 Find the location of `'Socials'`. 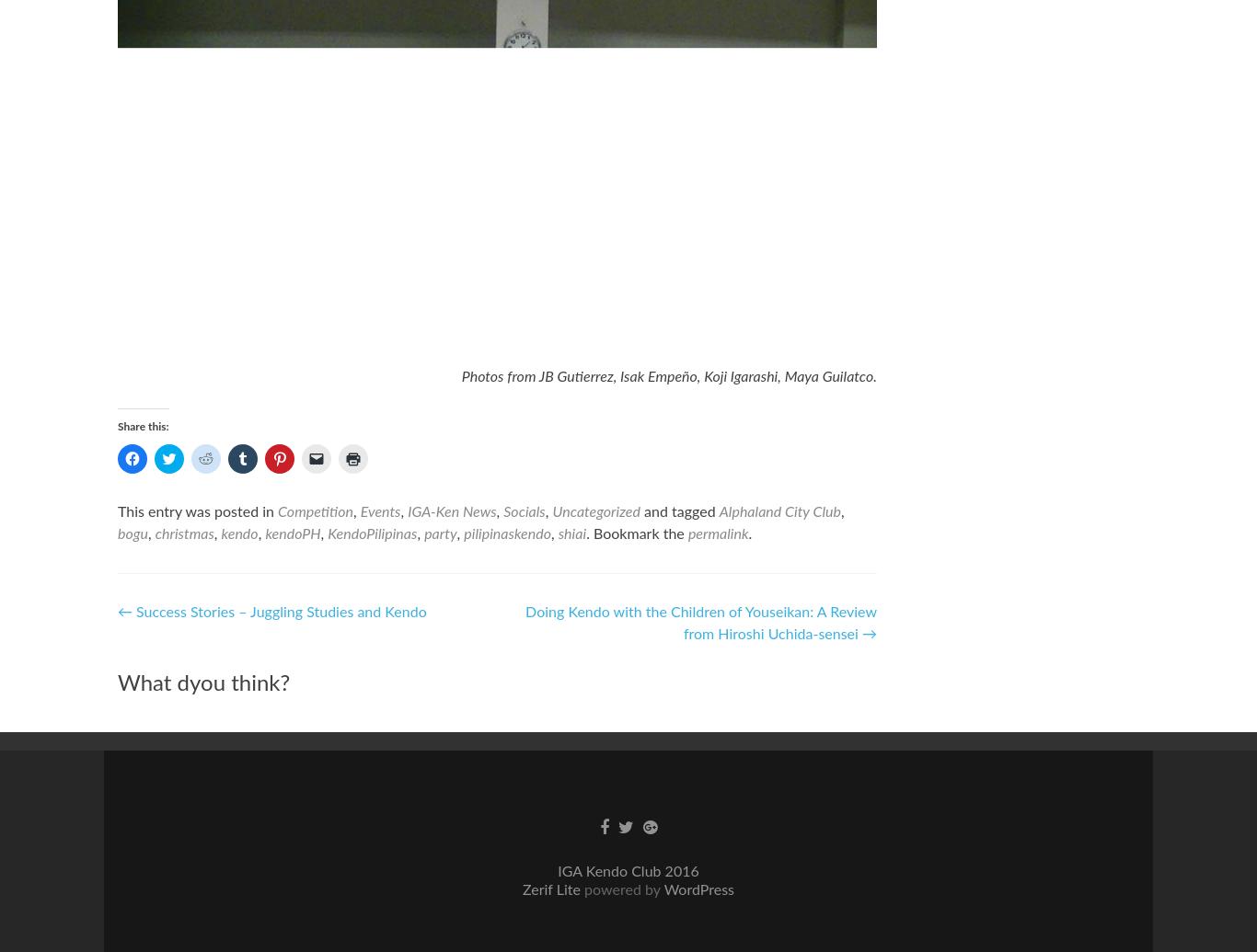

'Socials' is located at coordinates (524, 511).